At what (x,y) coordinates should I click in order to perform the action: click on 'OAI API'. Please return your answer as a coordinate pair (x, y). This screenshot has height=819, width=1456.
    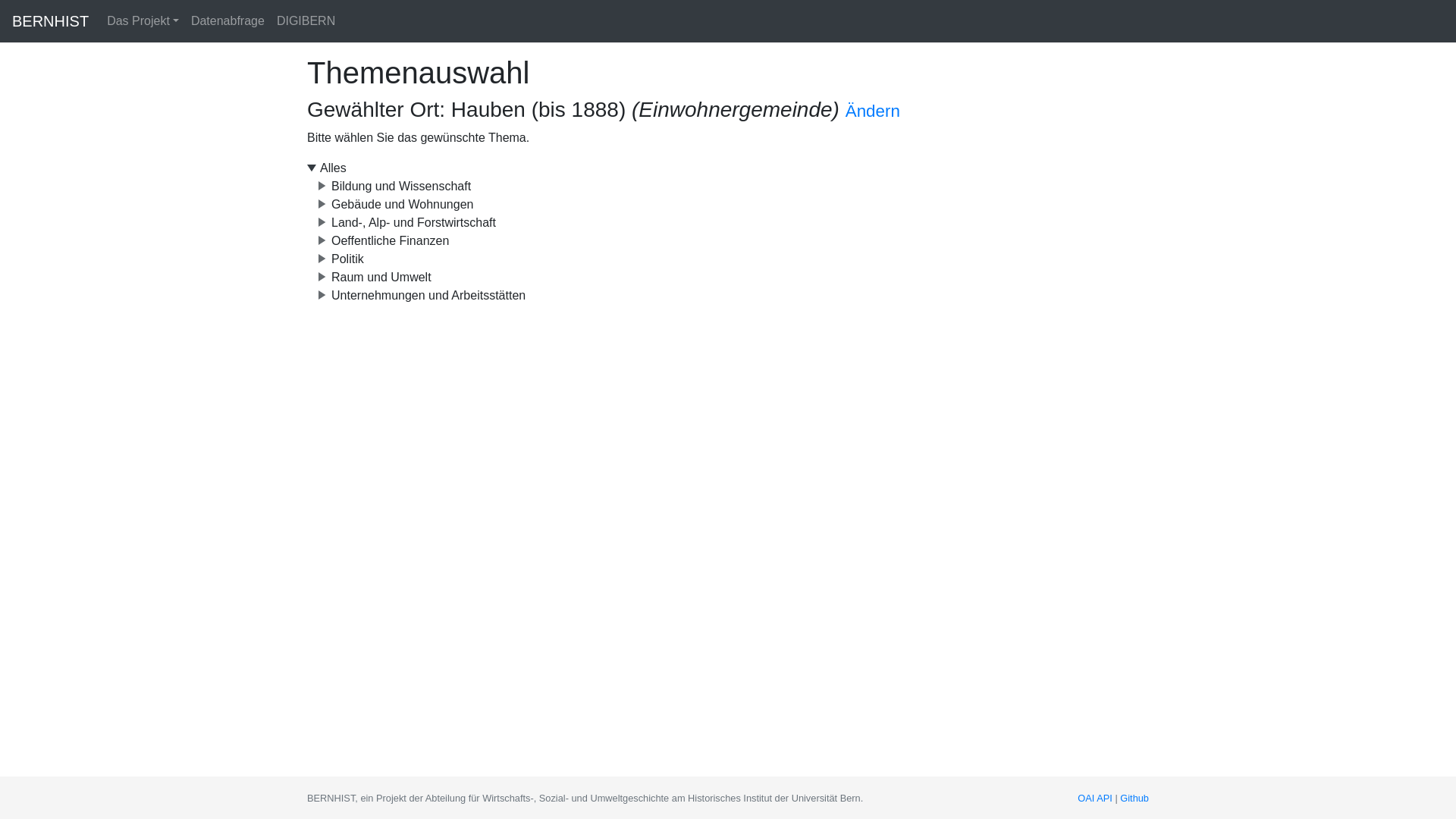
    Looking at the image, I should click on (1076, 797).